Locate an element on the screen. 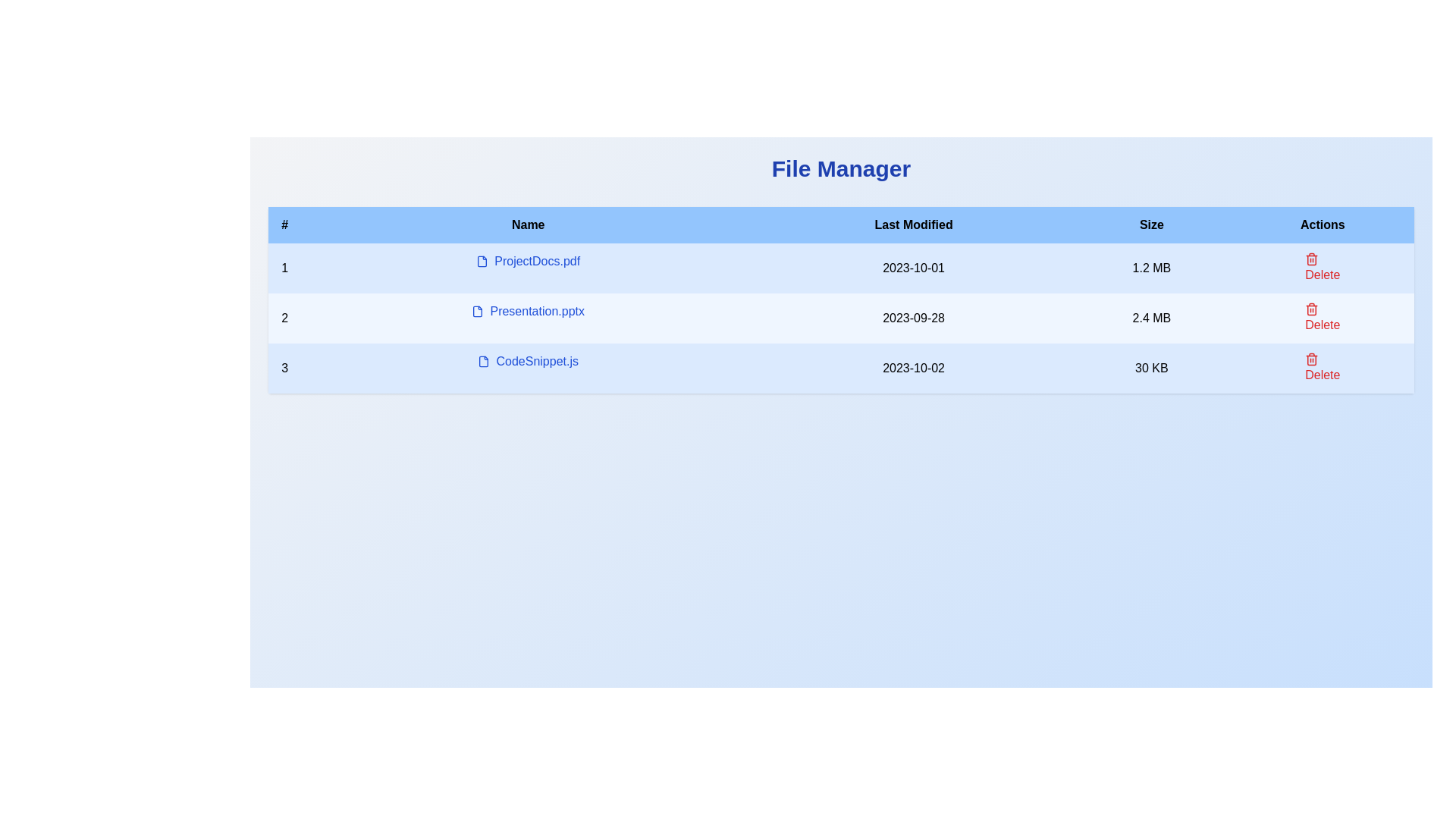  the Text Label that provides a numerical identifier for the first row in the table structure, which is adjacent to the file name 'ProjectDocs.pdf' is located at coordinates (284, 268).